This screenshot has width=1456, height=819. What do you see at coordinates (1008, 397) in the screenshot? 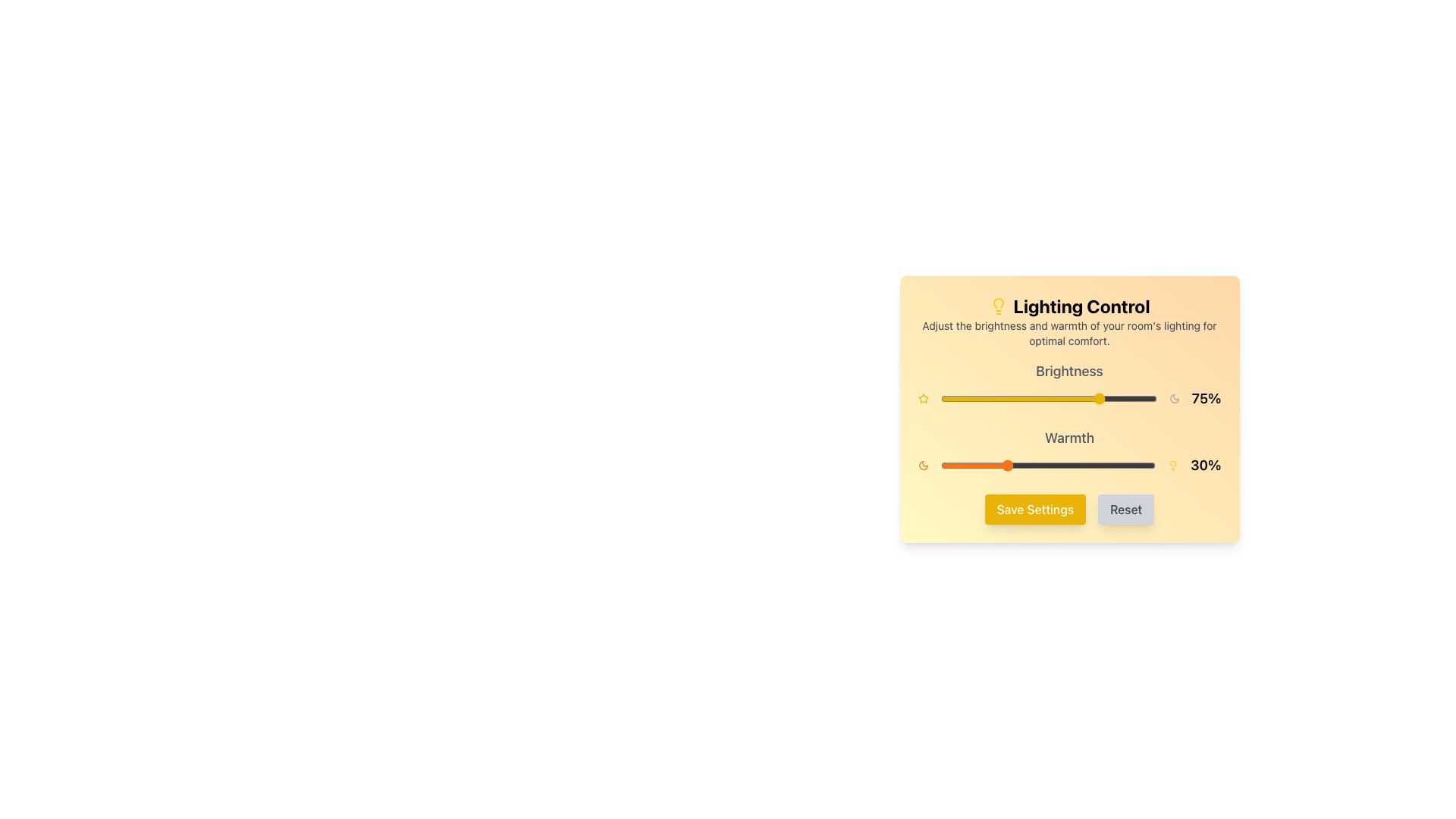
I see `brightness` at bounding box center [1008, 397].